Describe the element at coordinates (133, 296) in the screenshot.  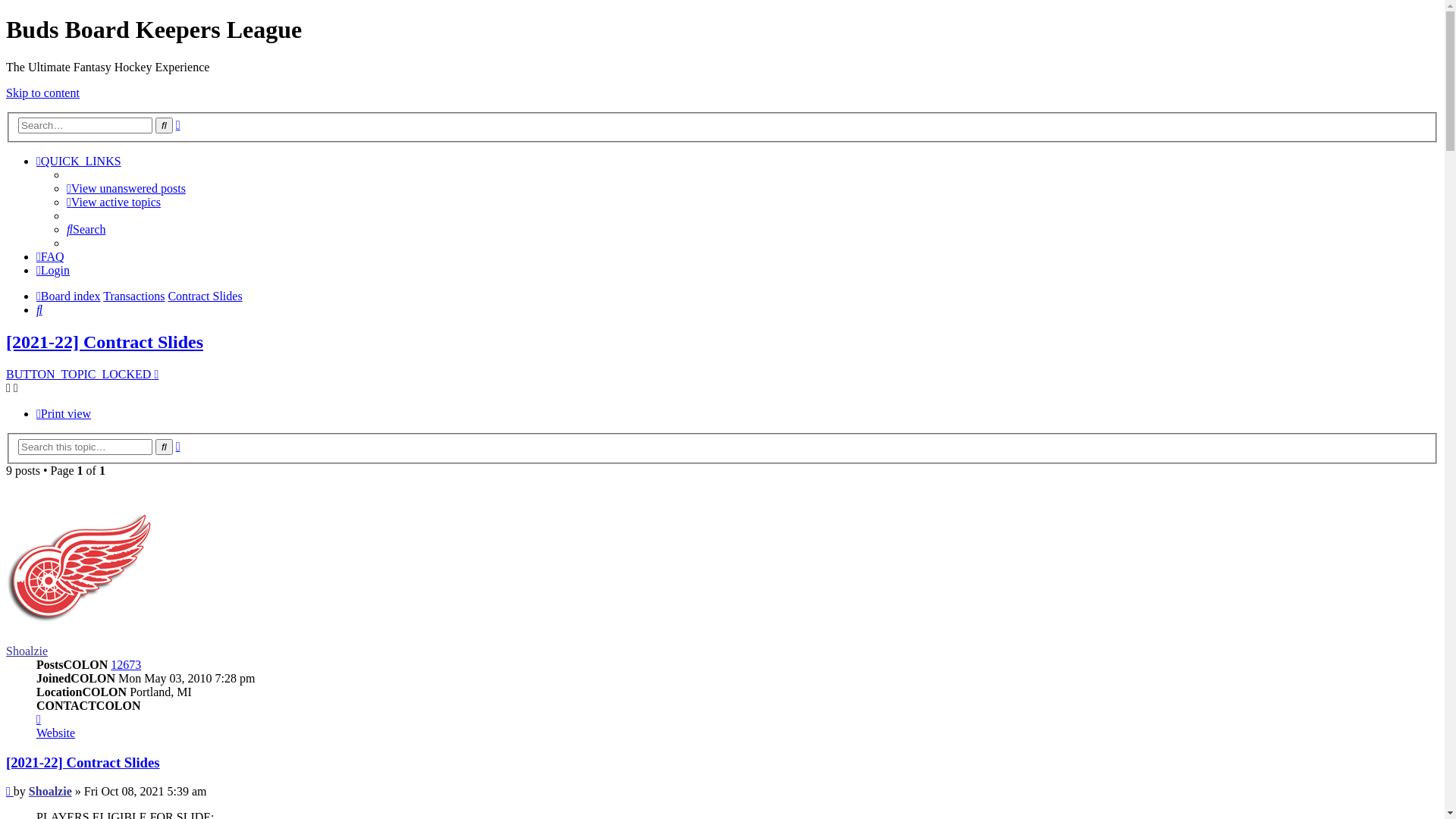
I see `'Transactions'` at that location.